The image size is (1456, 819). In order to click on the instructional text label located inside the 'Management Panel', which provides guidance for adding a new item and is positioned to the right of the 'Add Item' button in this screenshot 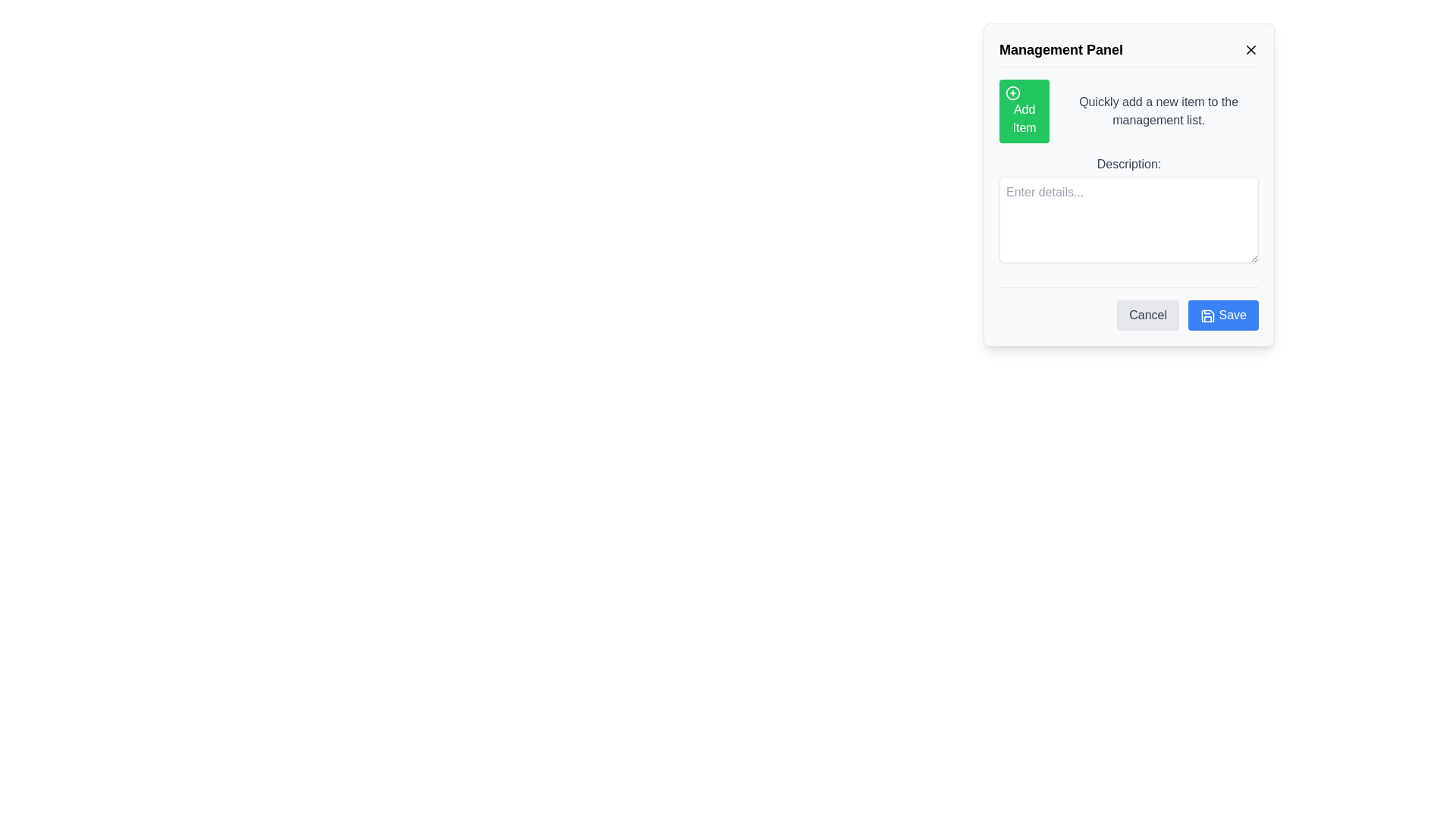, I will do `click(1158, 110)`.